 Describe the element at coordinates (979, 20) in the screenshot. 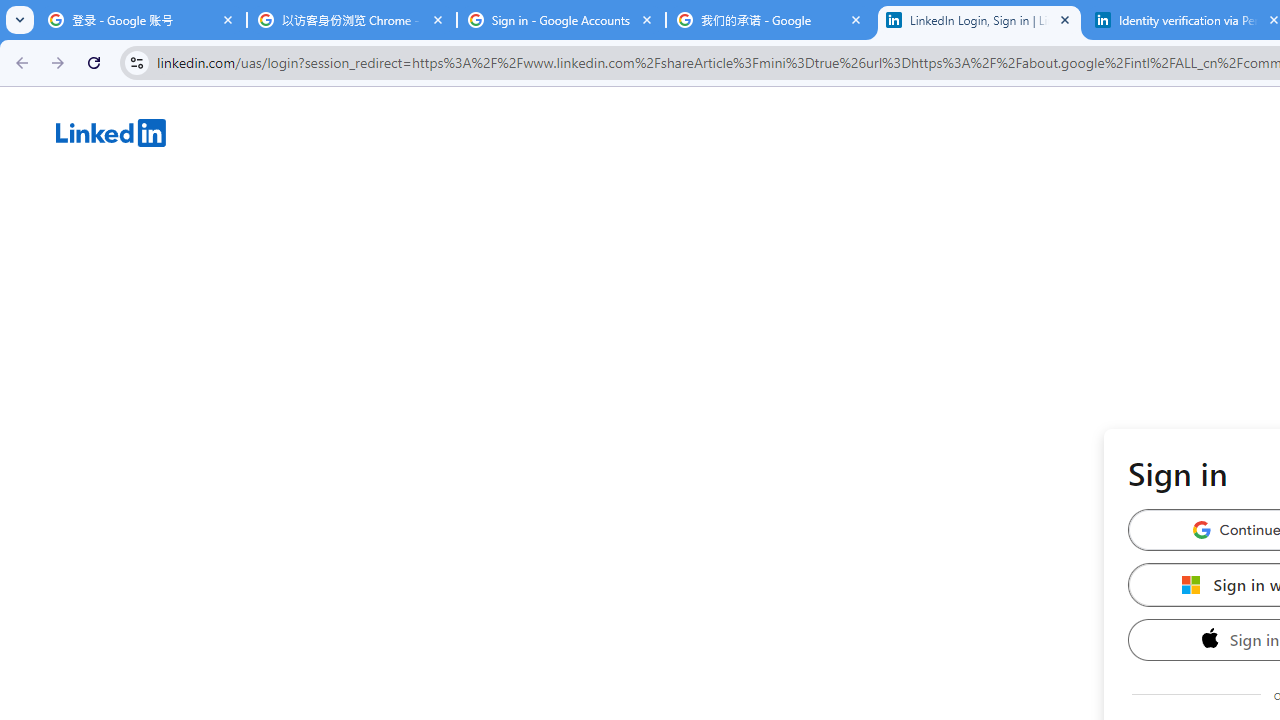

I see `'LinkedIn Login, Sign in | LinkedIn'` at that location.